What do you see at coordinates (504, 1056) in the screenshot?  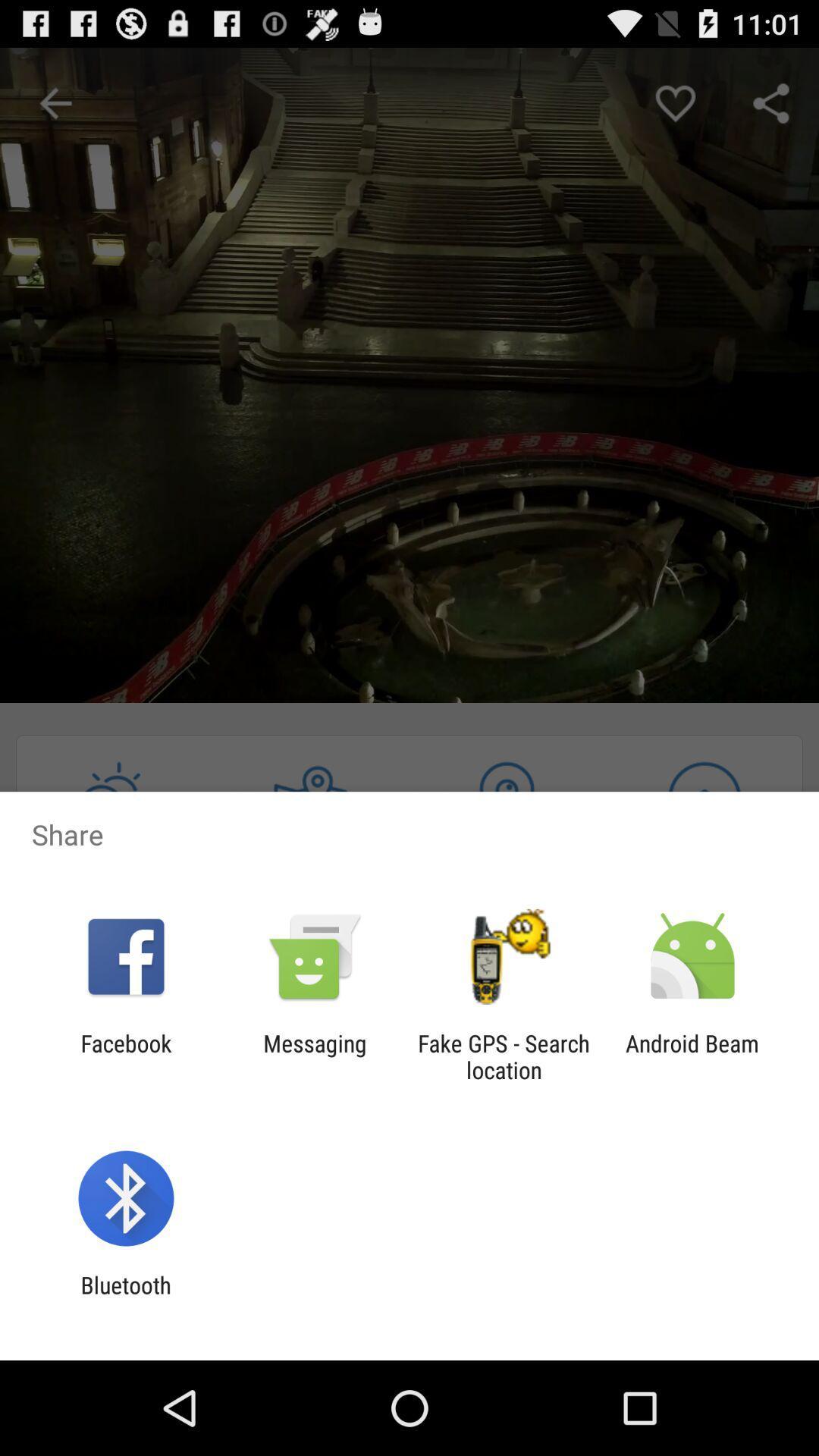 I see `the fake gps search app` at bounding box center [504, 1056].